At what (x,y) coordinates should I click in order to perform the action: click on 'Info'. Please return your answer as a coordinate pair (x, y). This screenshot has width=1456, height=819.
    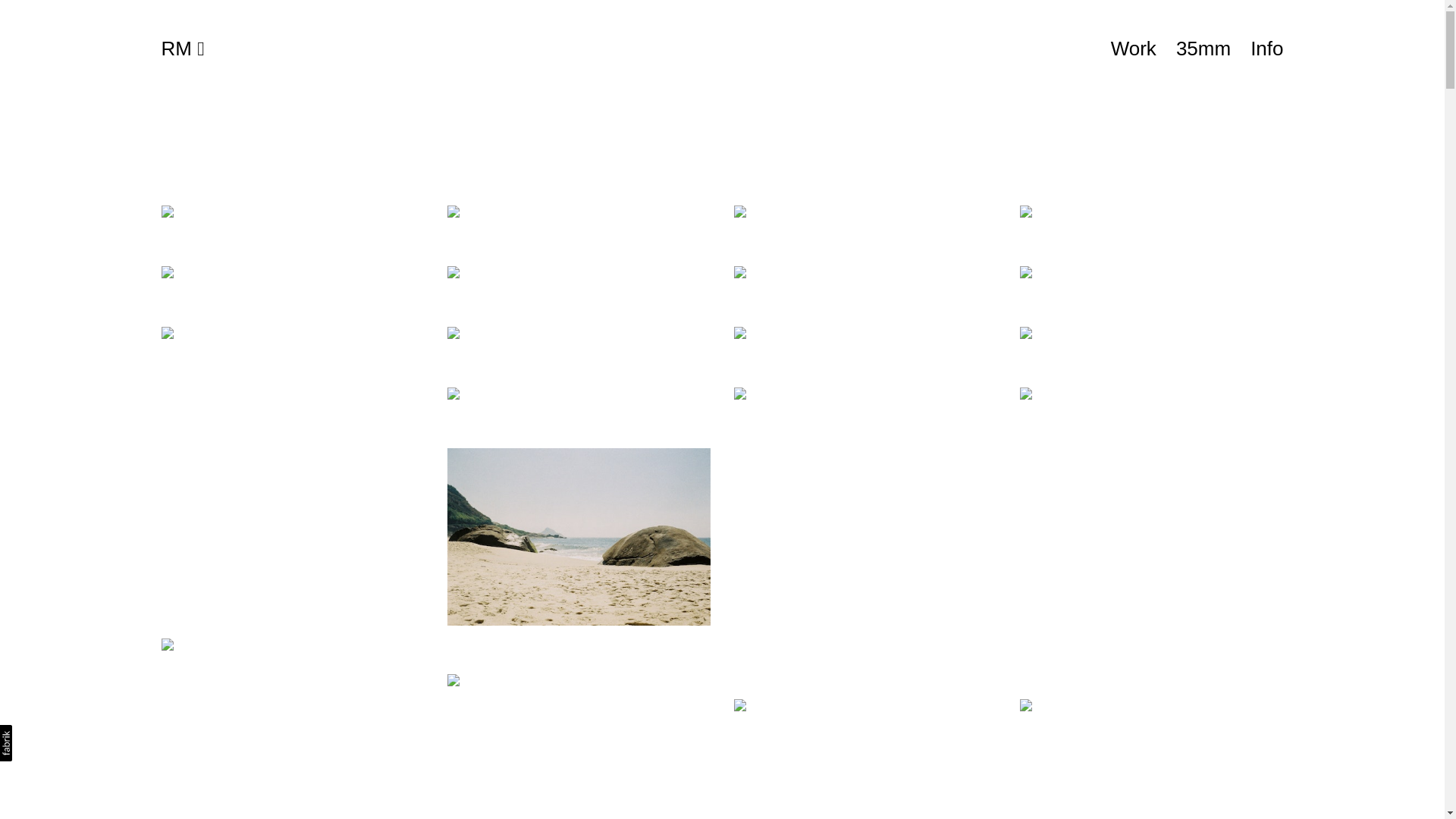
    Looking at the image, I should click on (1266, 48).